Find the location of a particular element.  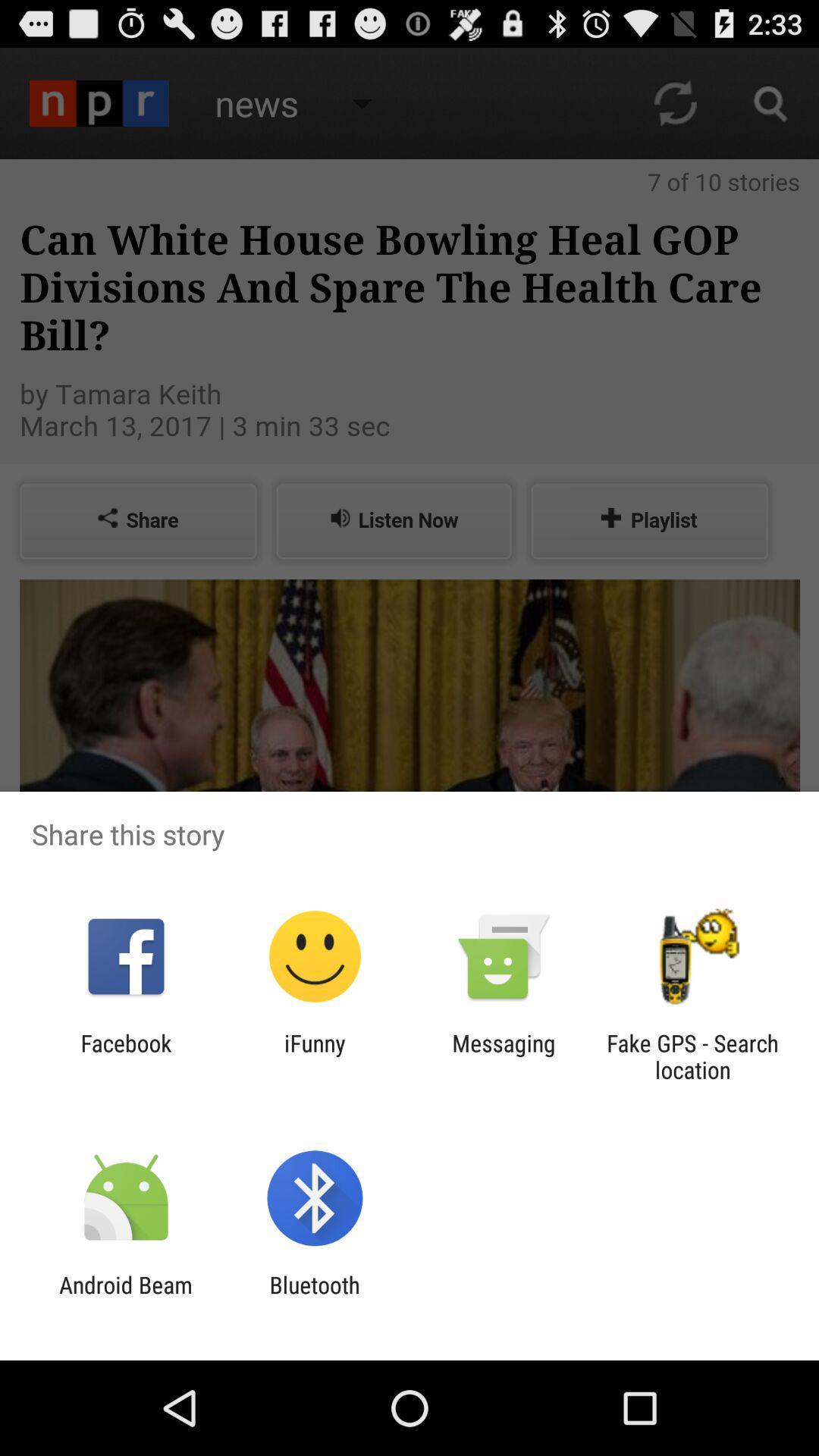

app next to the facebook icon is located at coordinates (314, 1056).